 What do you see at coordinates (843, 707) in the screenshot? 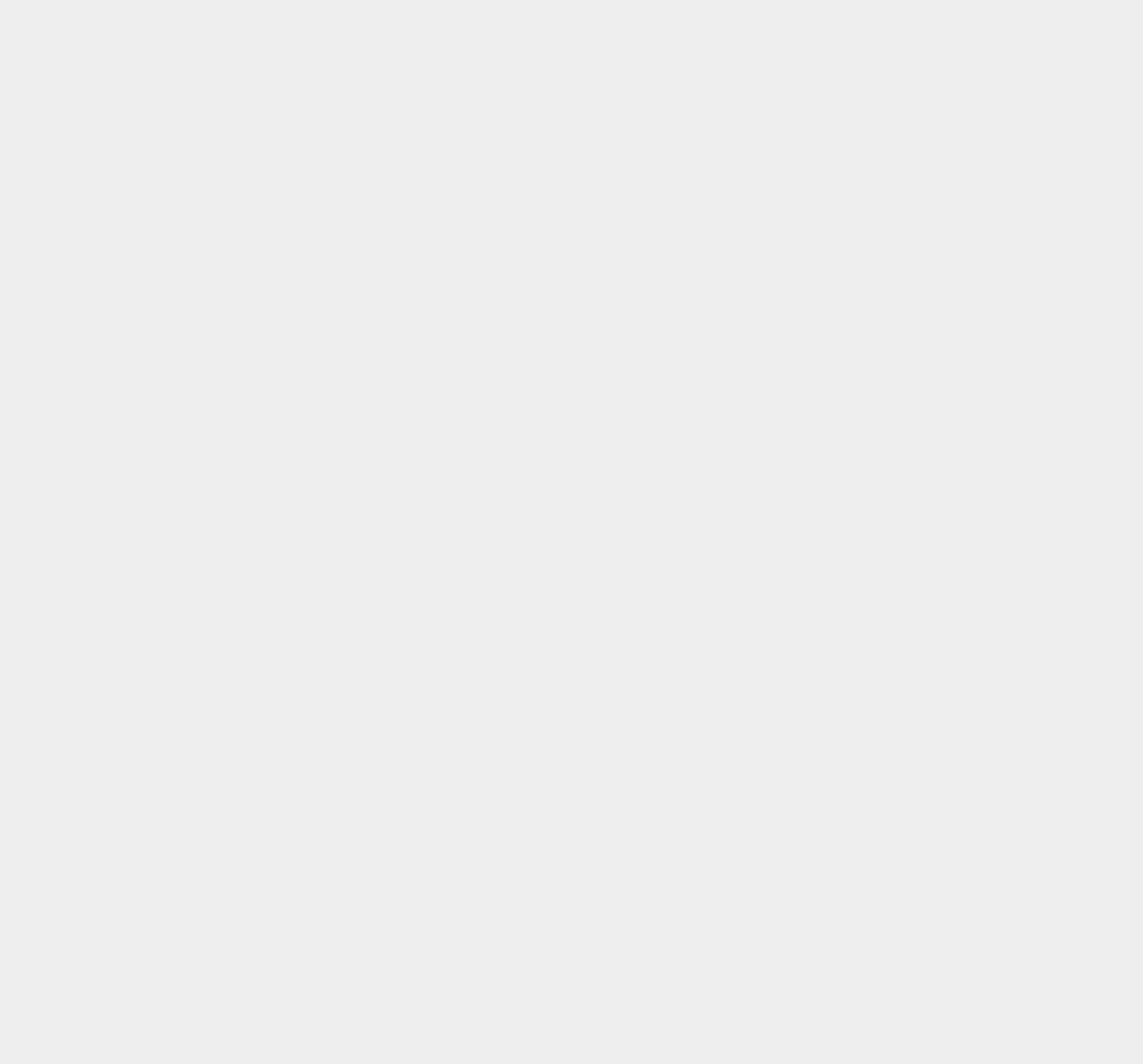
I see `'HealthVault'` at bounding box center [843, 707].